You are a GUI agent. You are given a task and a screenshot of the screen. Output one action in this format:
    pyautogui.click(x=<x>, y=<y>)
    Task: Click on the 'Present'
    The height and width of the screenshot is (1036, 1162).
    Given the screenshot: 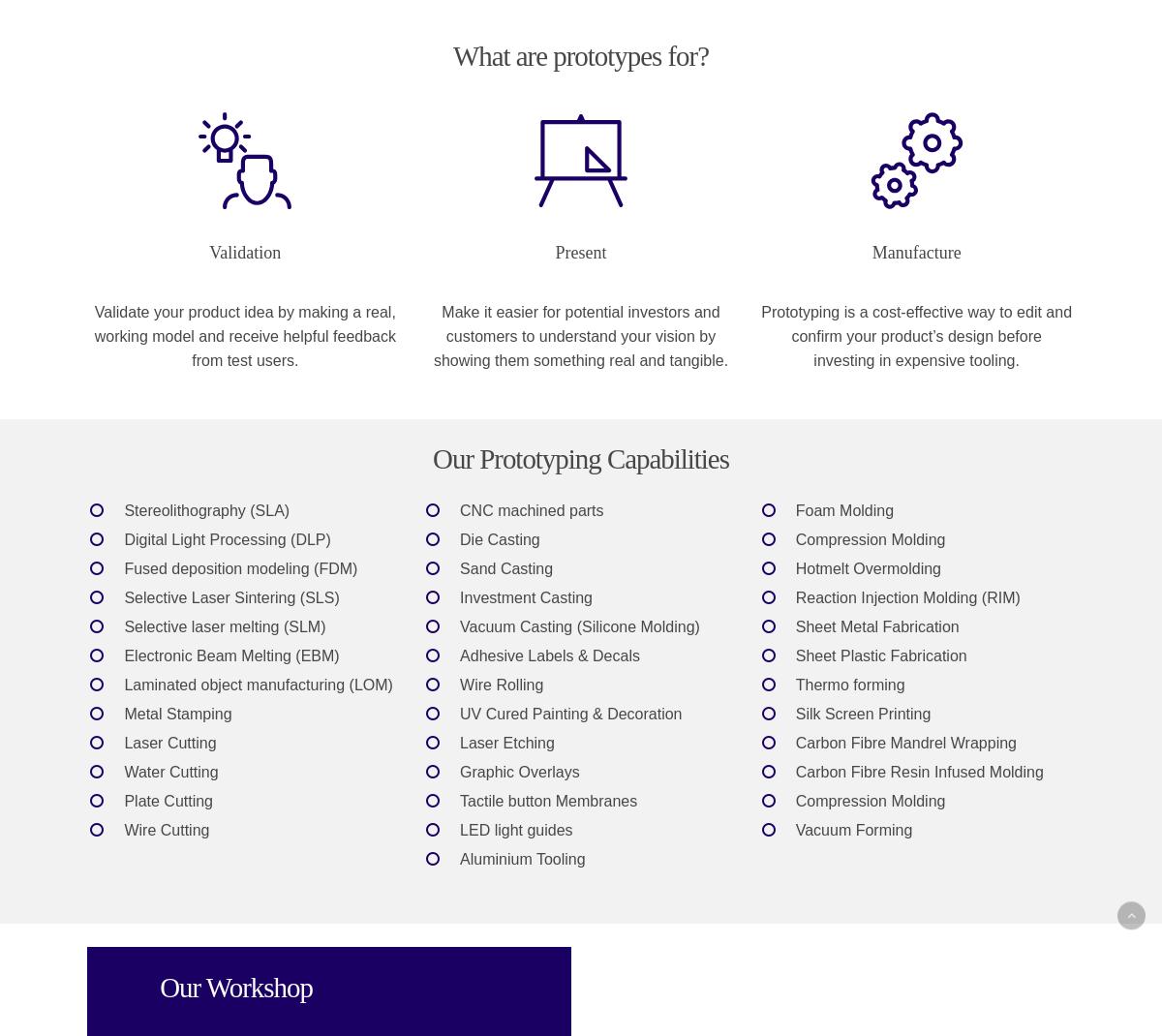 What is the action you would take?
    pyautogui.click(x=579, y=251)
    